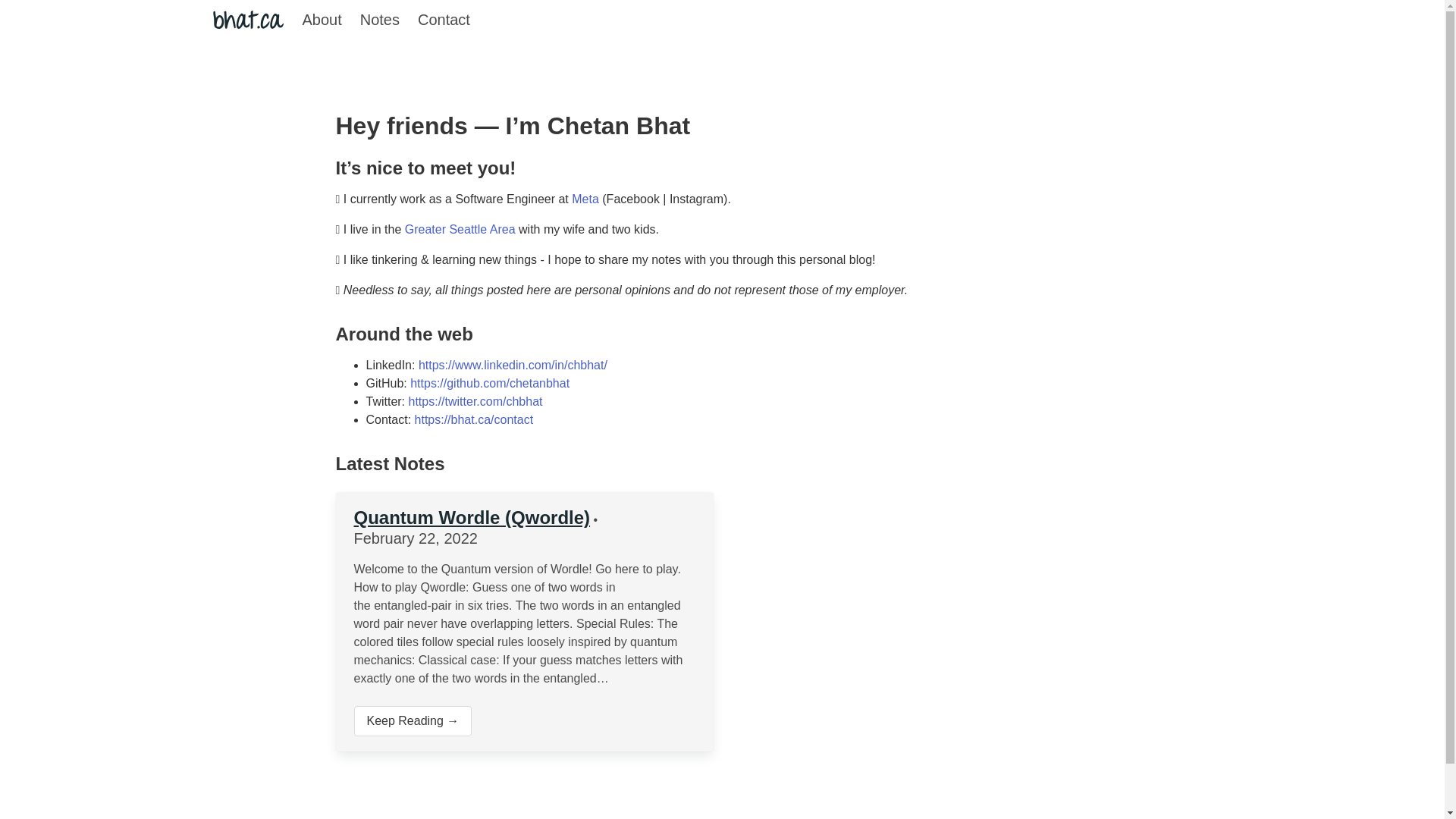 Image resolution: width=1456 pixels, height=819 pixels. Describe the element at coordinates (475, 400) in the screenshot. I see `'https://twitter.com/chbhat'` at that location.